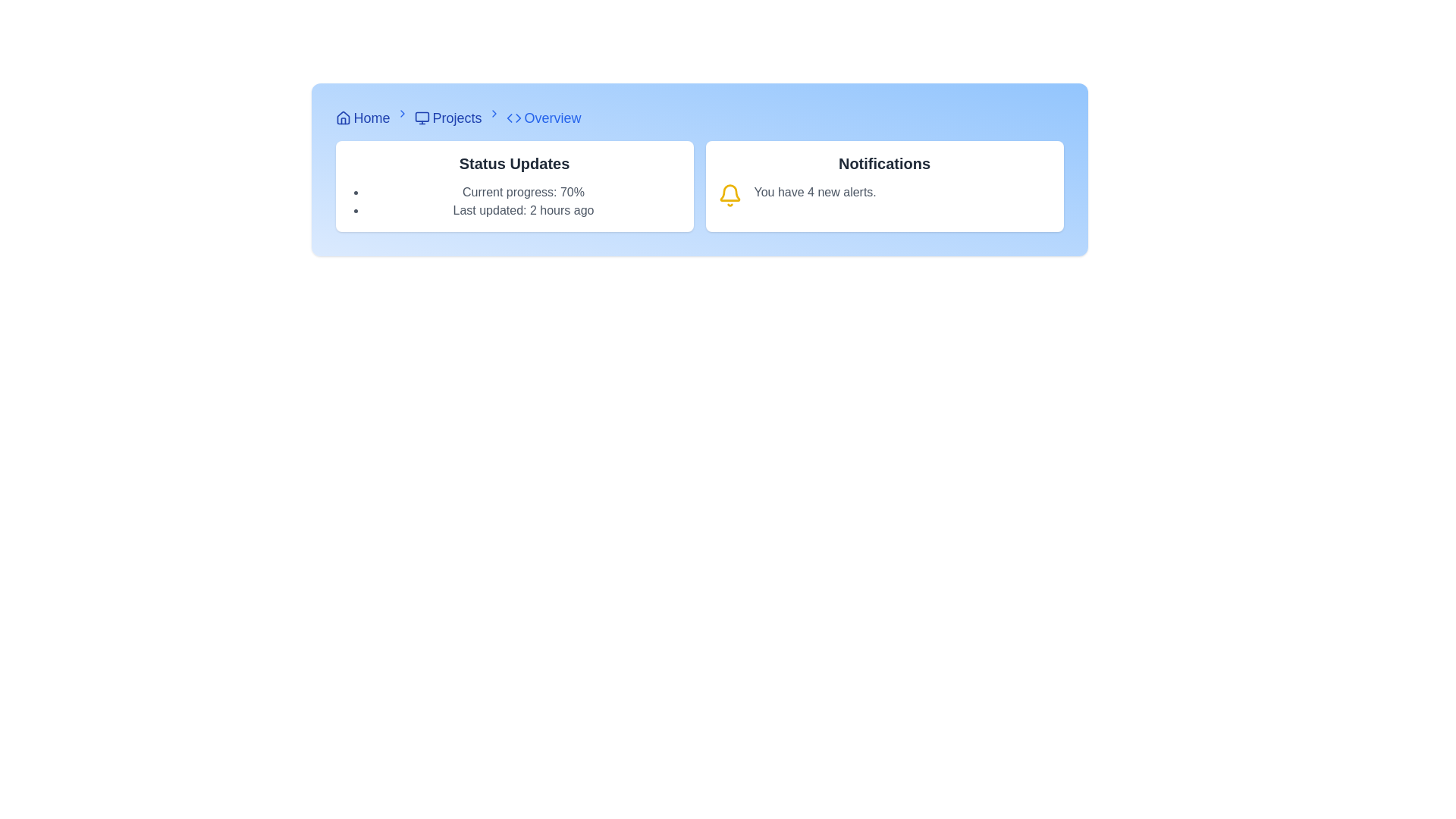  What do you see at coordinates (730, 195) in the screenshot?
I see `the notification bell icon styled with rounded edges and filled with yellow color, located in the Notifications section next to the text 'You have 4 new alerts'` at bounding box center [730, 195].